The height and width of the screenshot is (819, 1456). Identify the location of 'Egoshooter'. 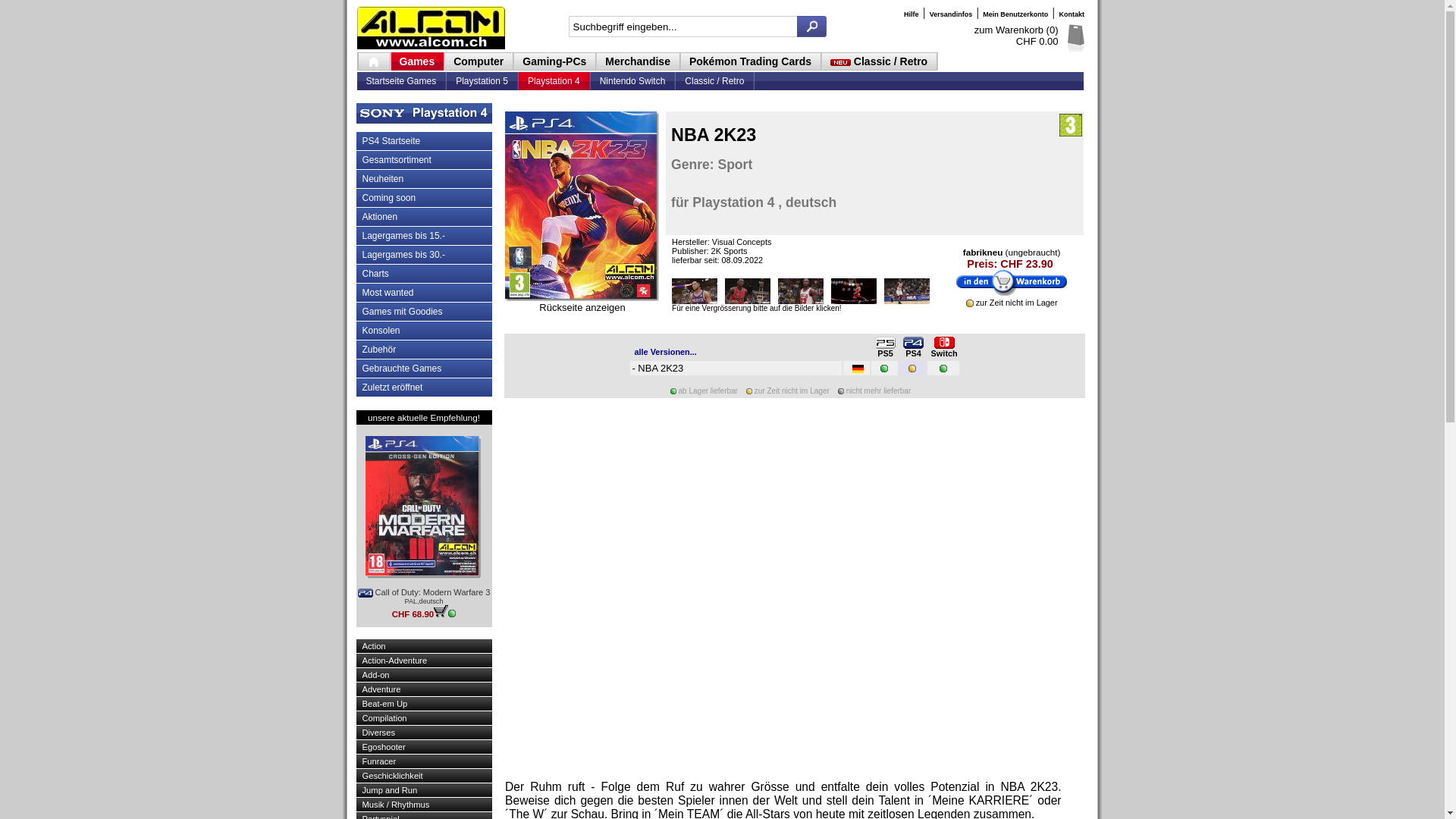
(356, 745).